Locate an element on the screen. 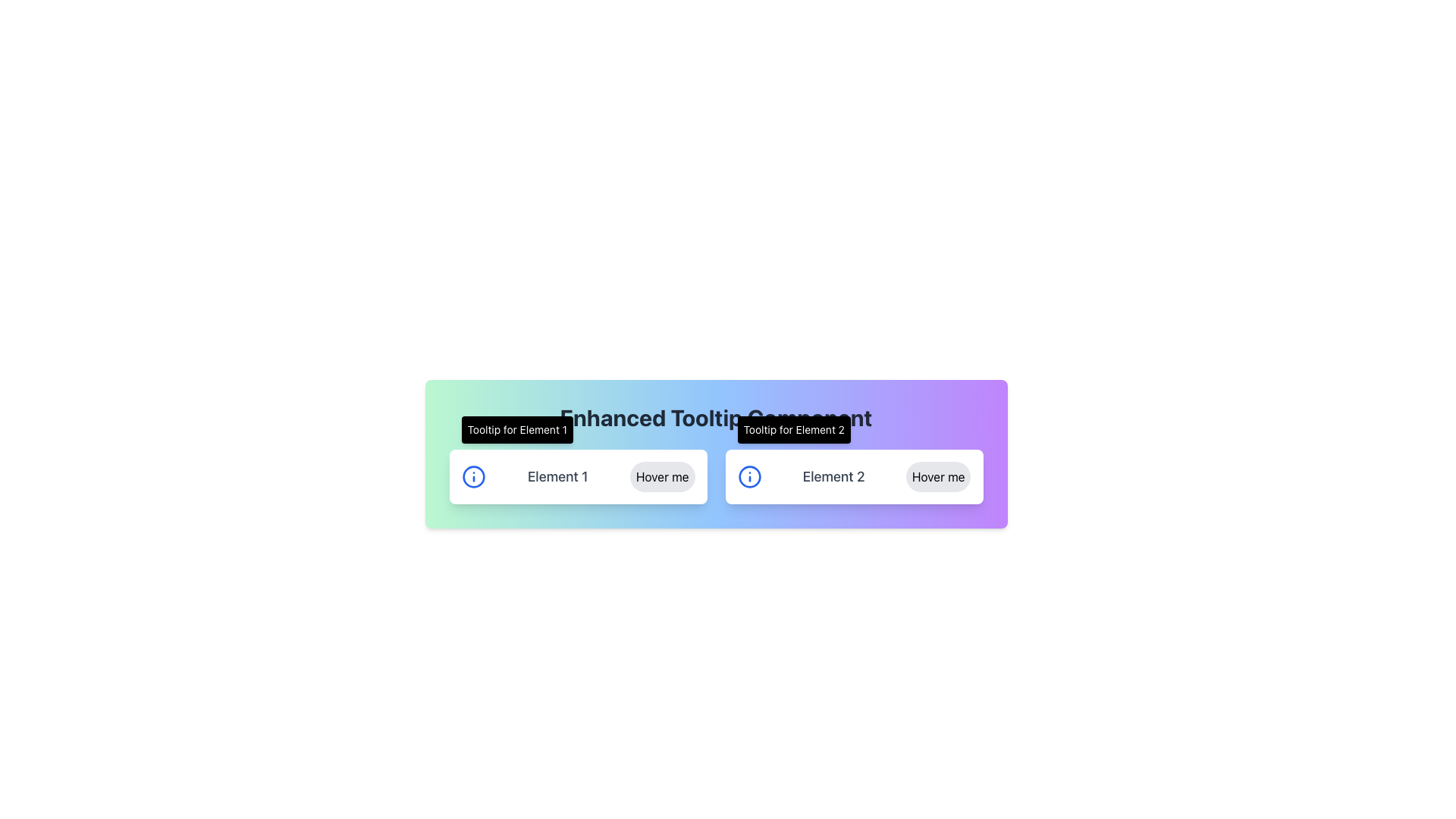 The width and height of the screenshot is (1456, 819). information displayed in the tooltip that shows 'Tooltip for Element 2', which is a black rectangular box with white text positioned above the 'Hover me' button is located at coordinates (793, 430).